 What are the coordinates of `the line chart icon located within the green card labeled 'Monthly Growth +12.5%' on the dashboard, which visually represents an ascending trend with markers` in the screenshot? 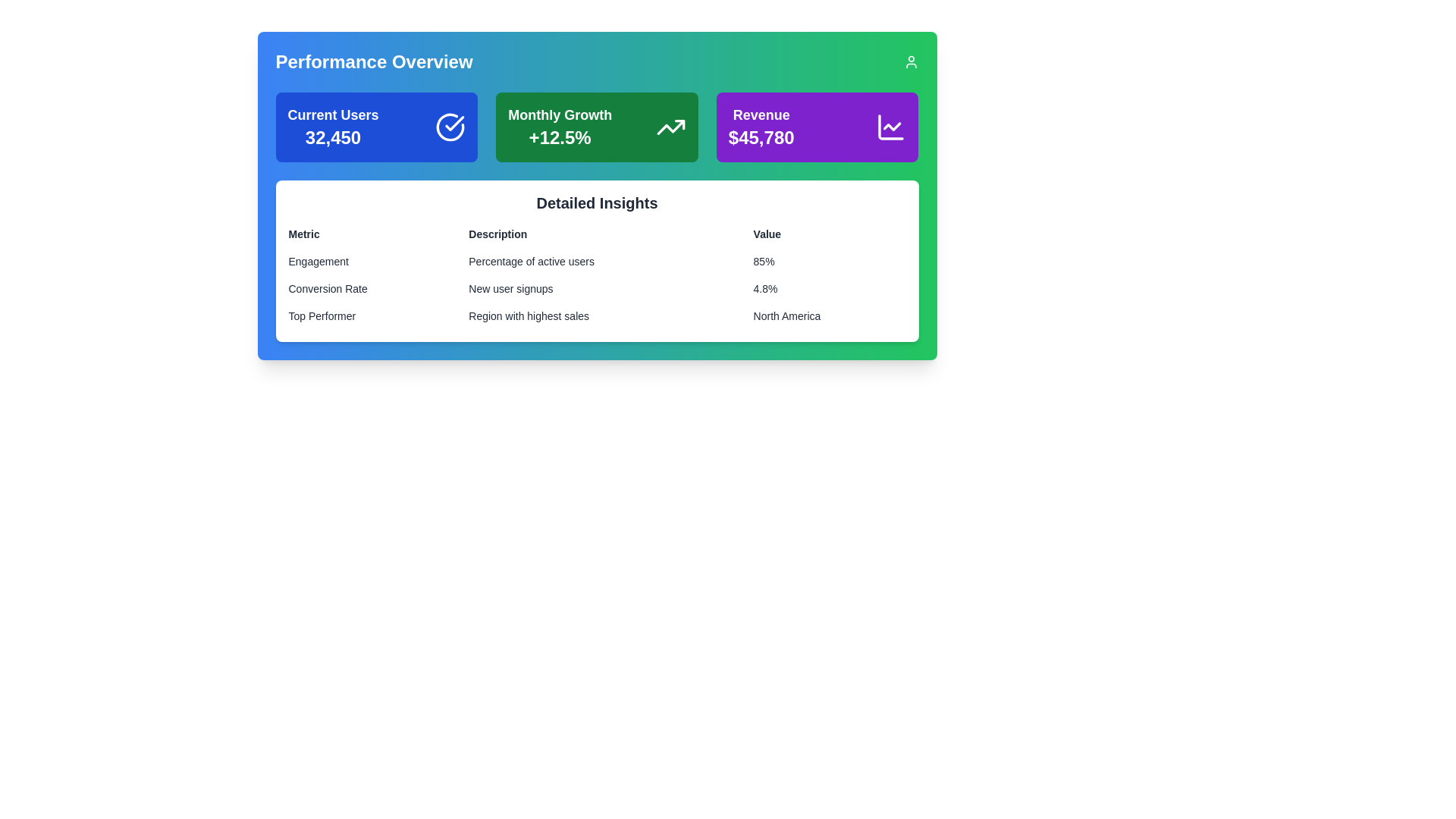 It's located at (670, 127).